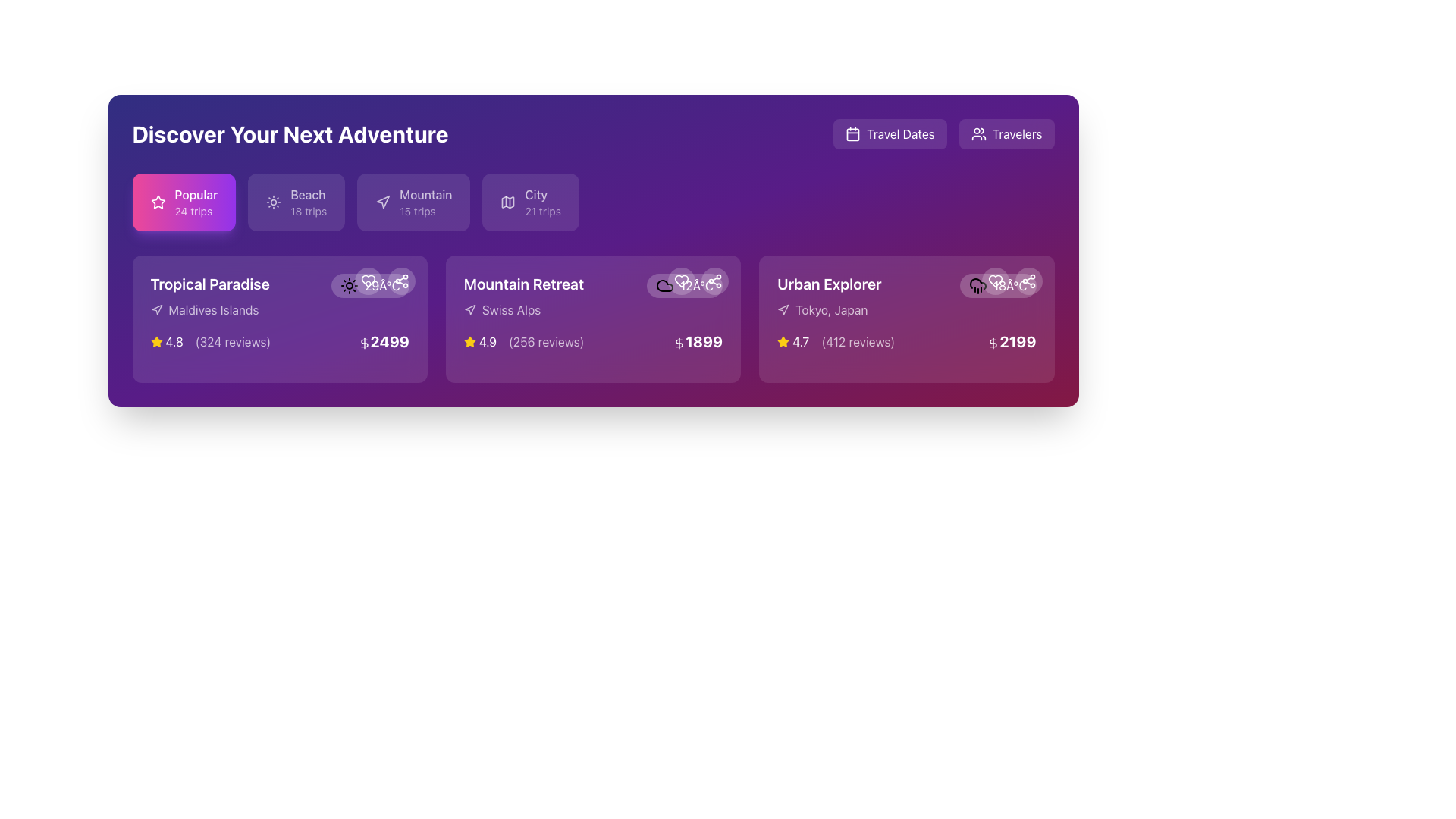  Describe the element at coordinates (195, 194) in the screenshot. I see `'Popular' text label within the vibrant pink button located at the top left corner of the button grid` at that location.